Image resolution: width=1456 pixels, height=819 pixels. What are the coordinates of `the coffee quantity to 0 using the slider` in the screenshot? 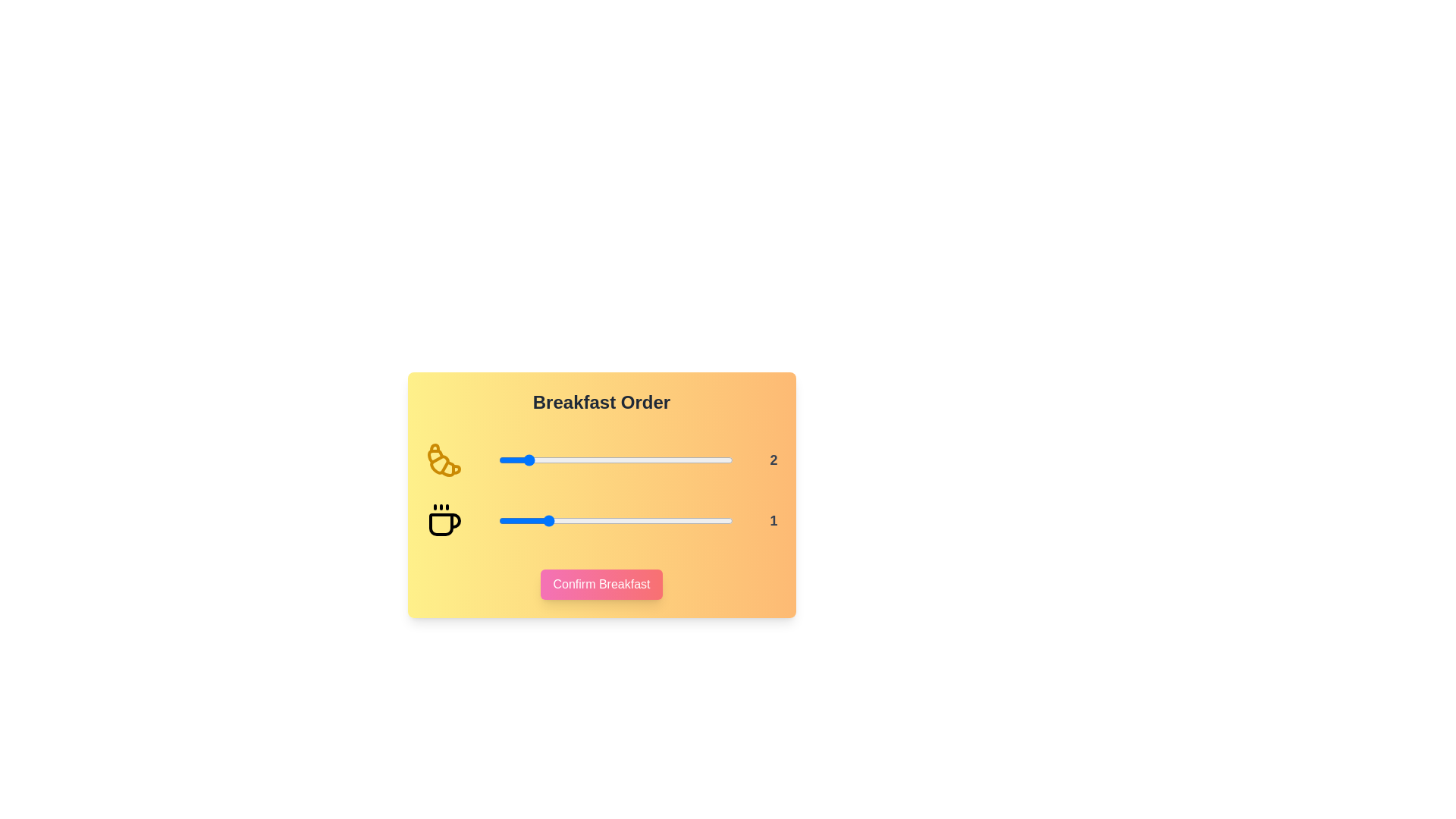 It's located at (498, 519).